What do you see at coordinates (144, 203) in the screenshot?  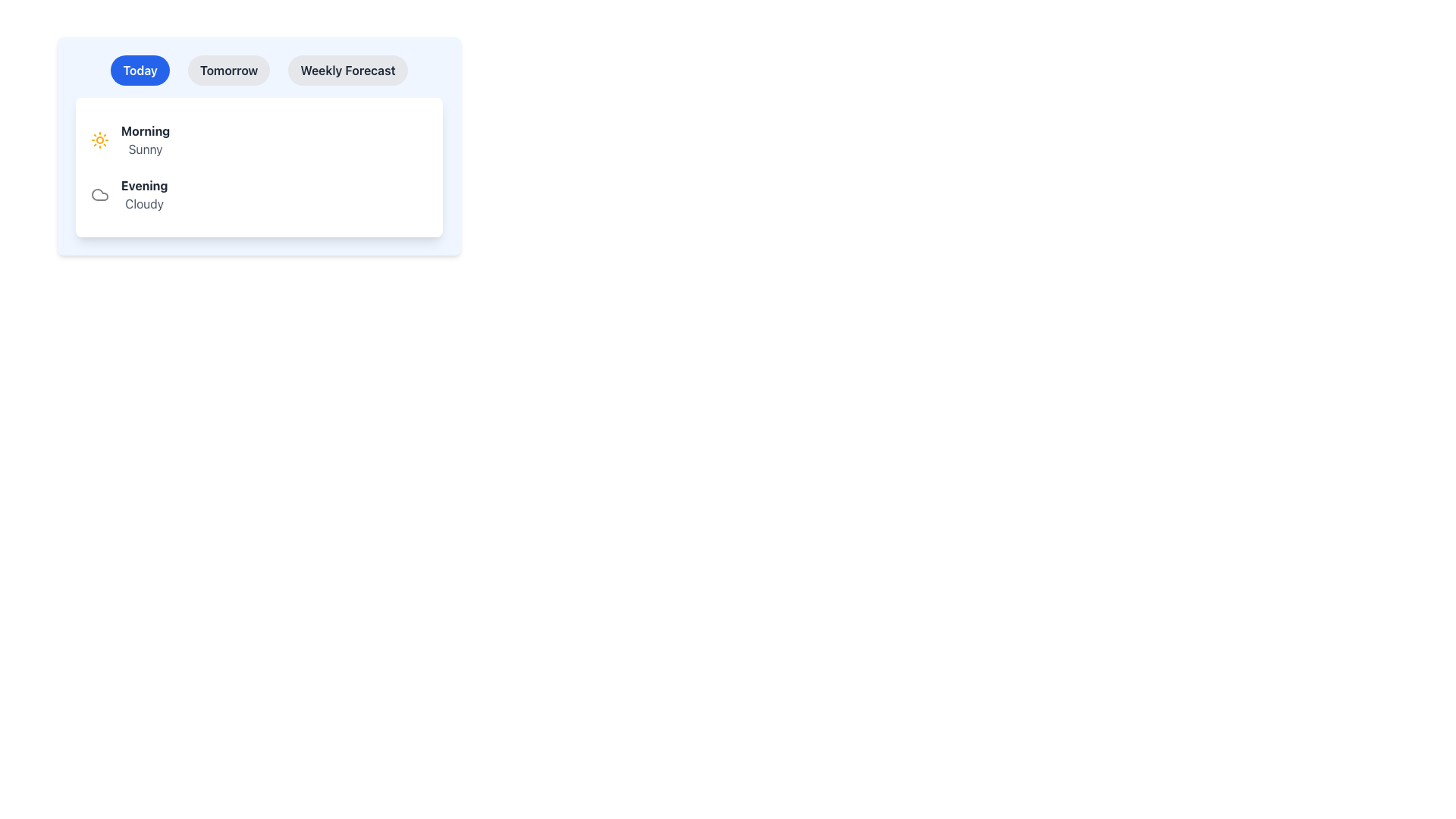 I see `the 'Cloudy' text label that displays the evening weather condition, located beneath the 'Evening' label in the weather forecast card` at bounding box center [144, 203].